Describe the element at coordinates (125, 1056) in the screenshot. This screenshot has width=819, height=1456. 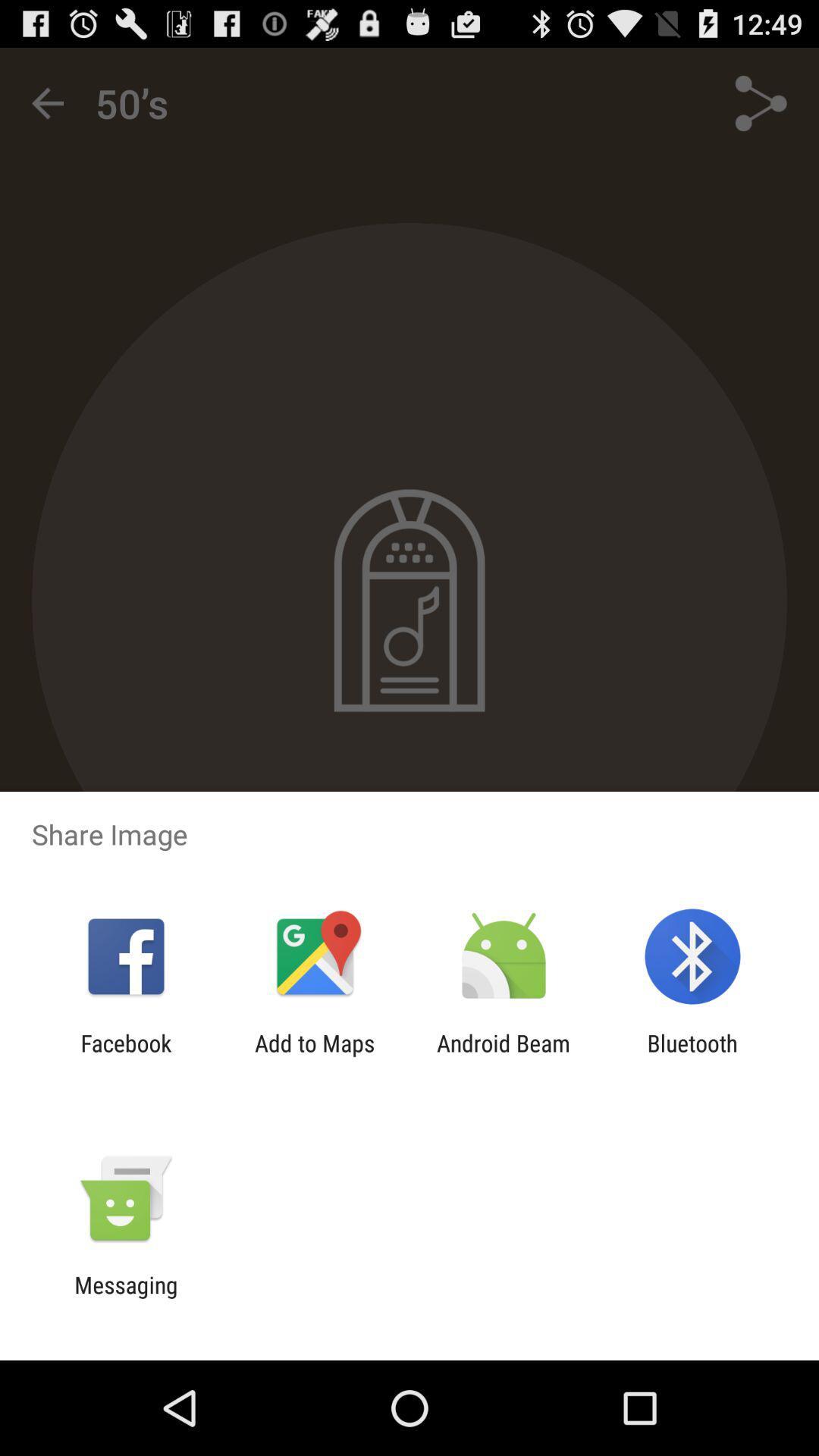
I see `the facebook app` at that location.